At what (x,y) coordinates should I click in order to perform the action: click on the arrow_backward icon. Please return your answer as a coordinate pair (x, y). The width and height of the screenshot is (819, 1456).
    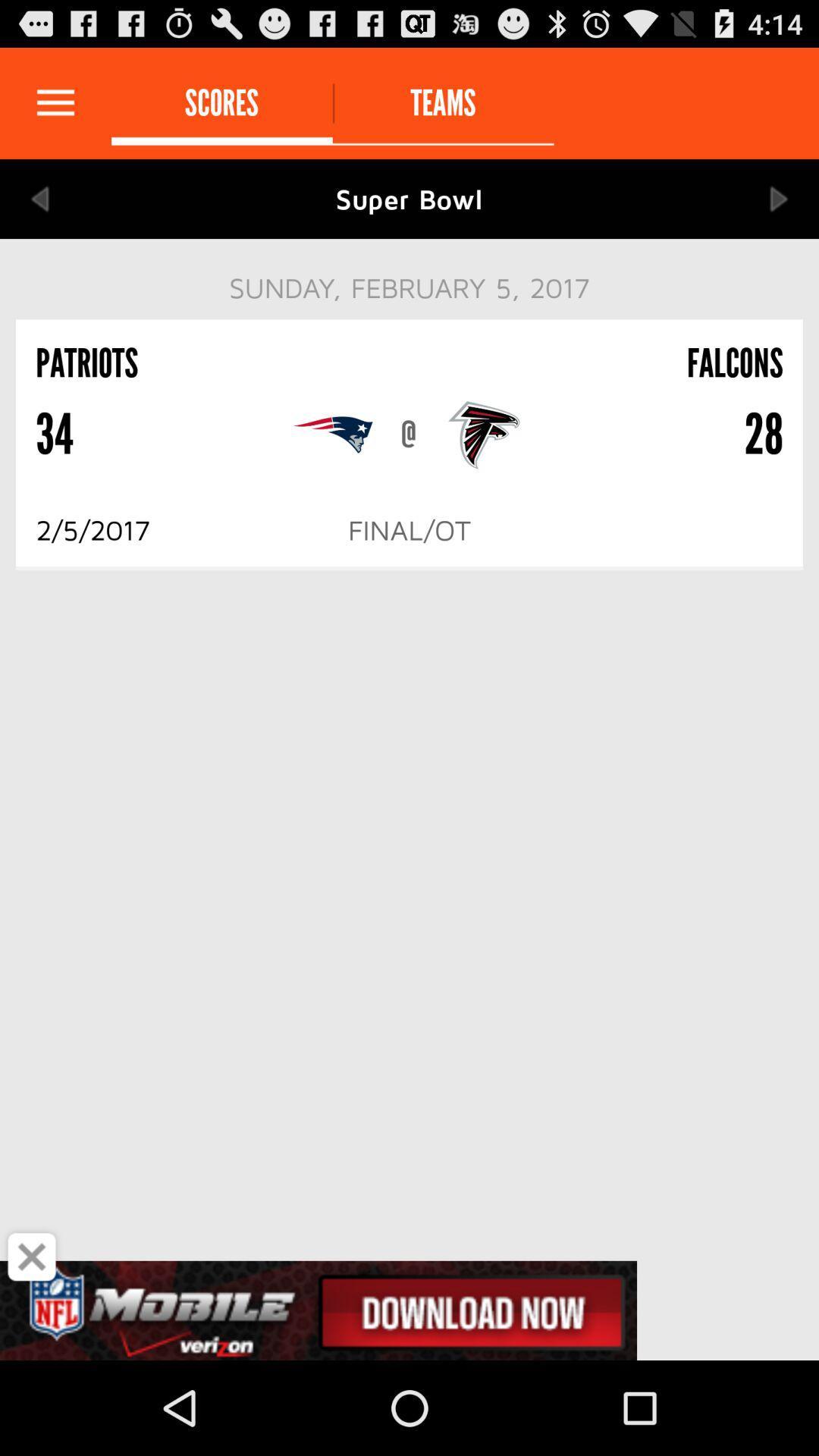
    Looking at the image, I should click on (39, 212).